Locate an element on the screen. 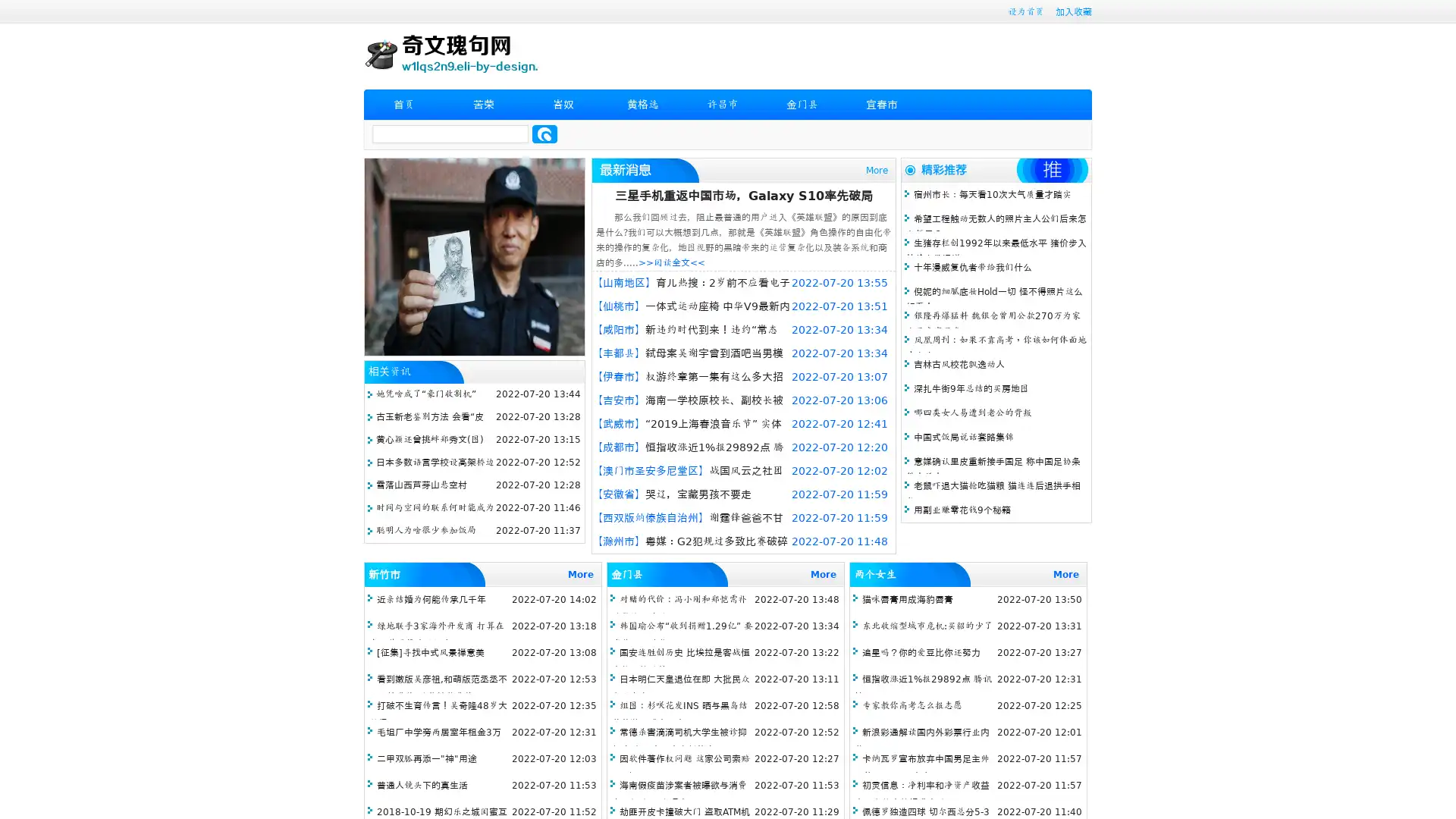  Search is located at coordinates (544, 133).